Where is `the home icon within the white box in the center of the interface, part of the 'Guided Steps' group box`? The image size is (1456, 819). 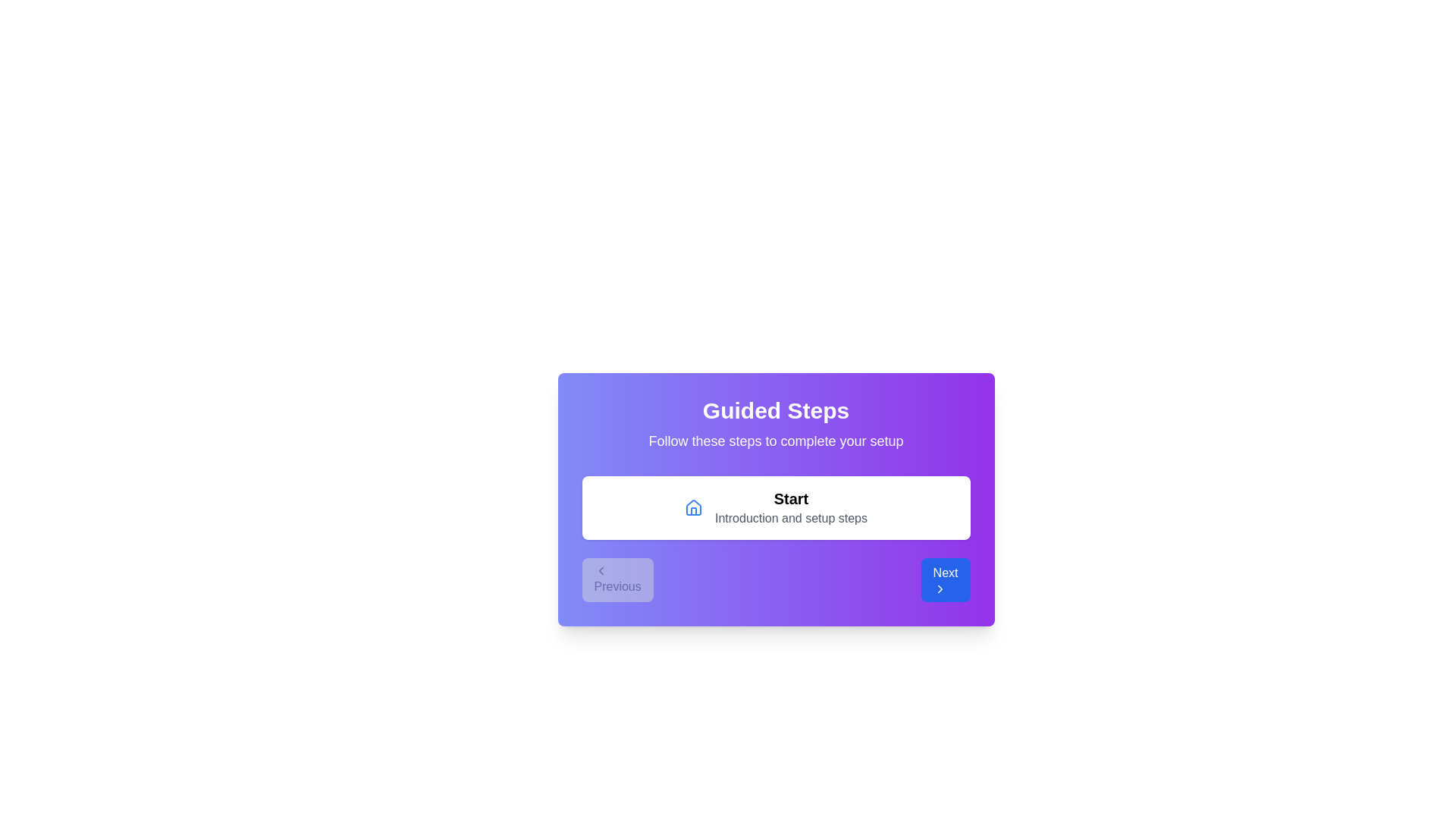
the home icon within the white box in the center of the interface, part of the 'Guided Steps' group box is located at coordinates (693, 508).